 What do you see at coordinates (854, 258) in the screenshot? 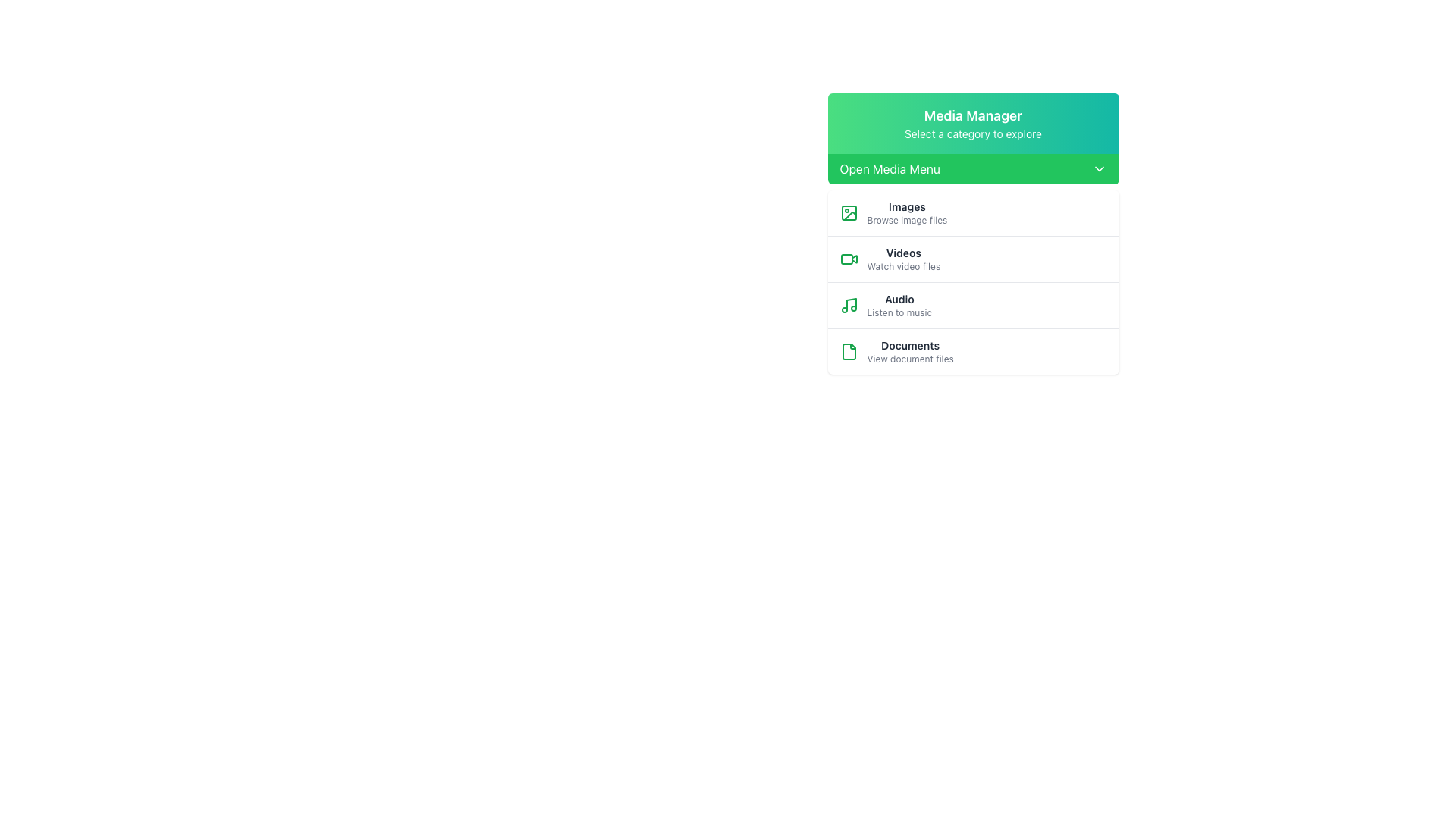
I see `the triangular play icon within the 'Videos' button in the media management interface` at bounding box center [854, 258].